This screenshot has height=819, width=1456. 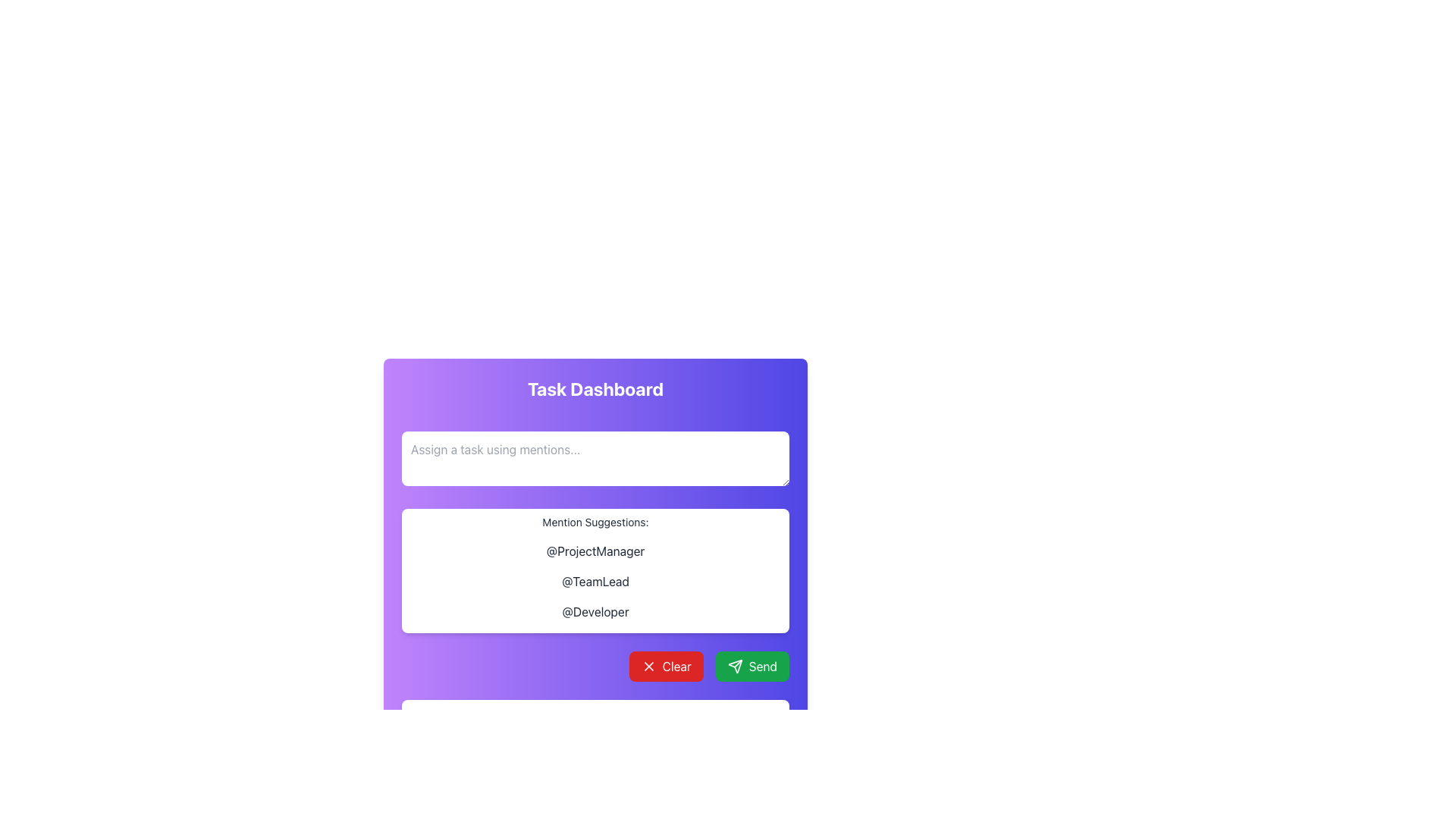 What do you see at coordinates (595, 581) in the screenshot?
I see `the selectable text label '@TeamLead' in the 'Mention Suggestions' dropdown panel` at bounding box center [595, 581].